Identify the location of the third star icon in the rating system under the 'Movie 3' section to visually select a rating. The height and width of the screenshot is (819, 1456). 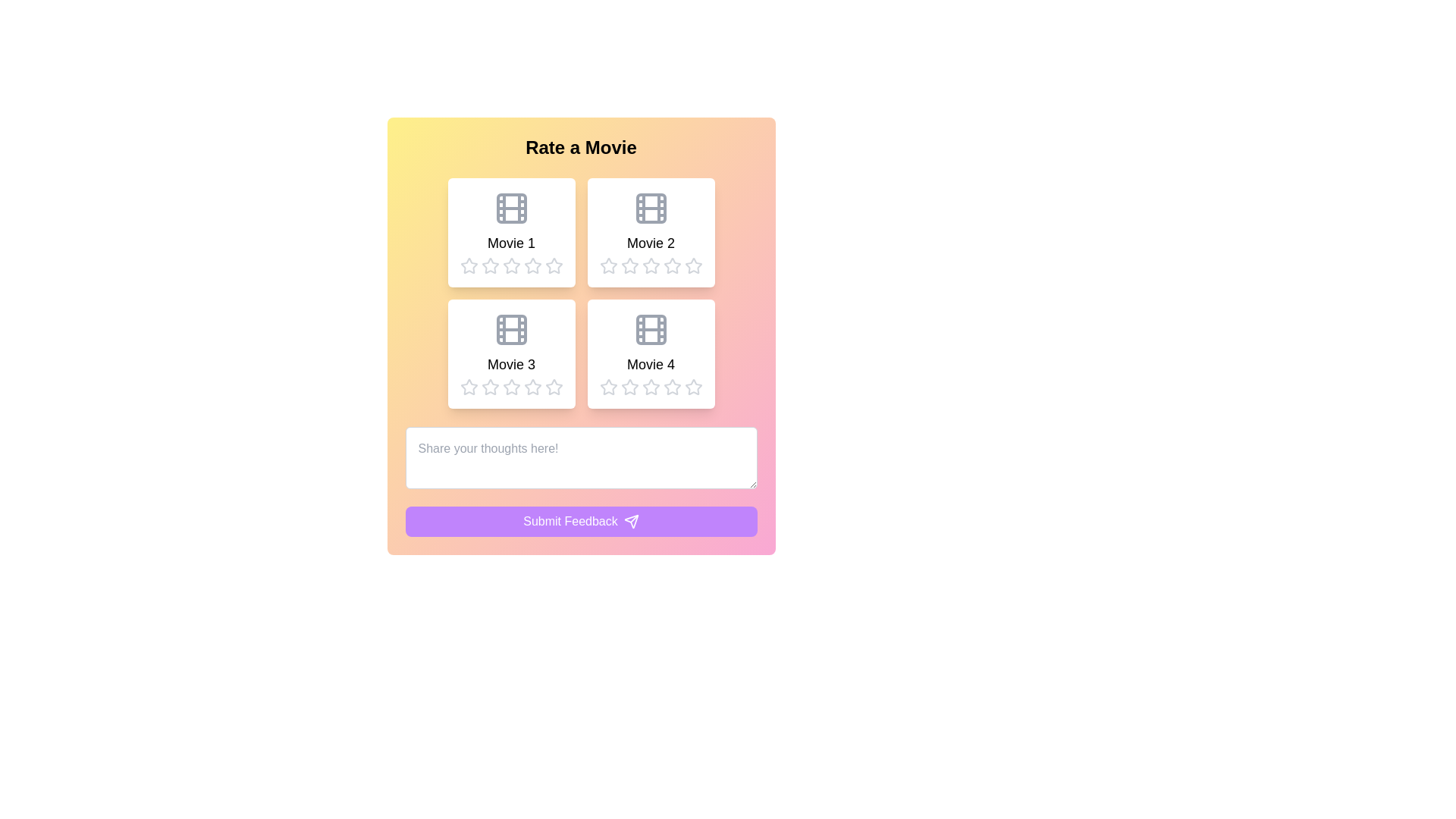
(511, 386).